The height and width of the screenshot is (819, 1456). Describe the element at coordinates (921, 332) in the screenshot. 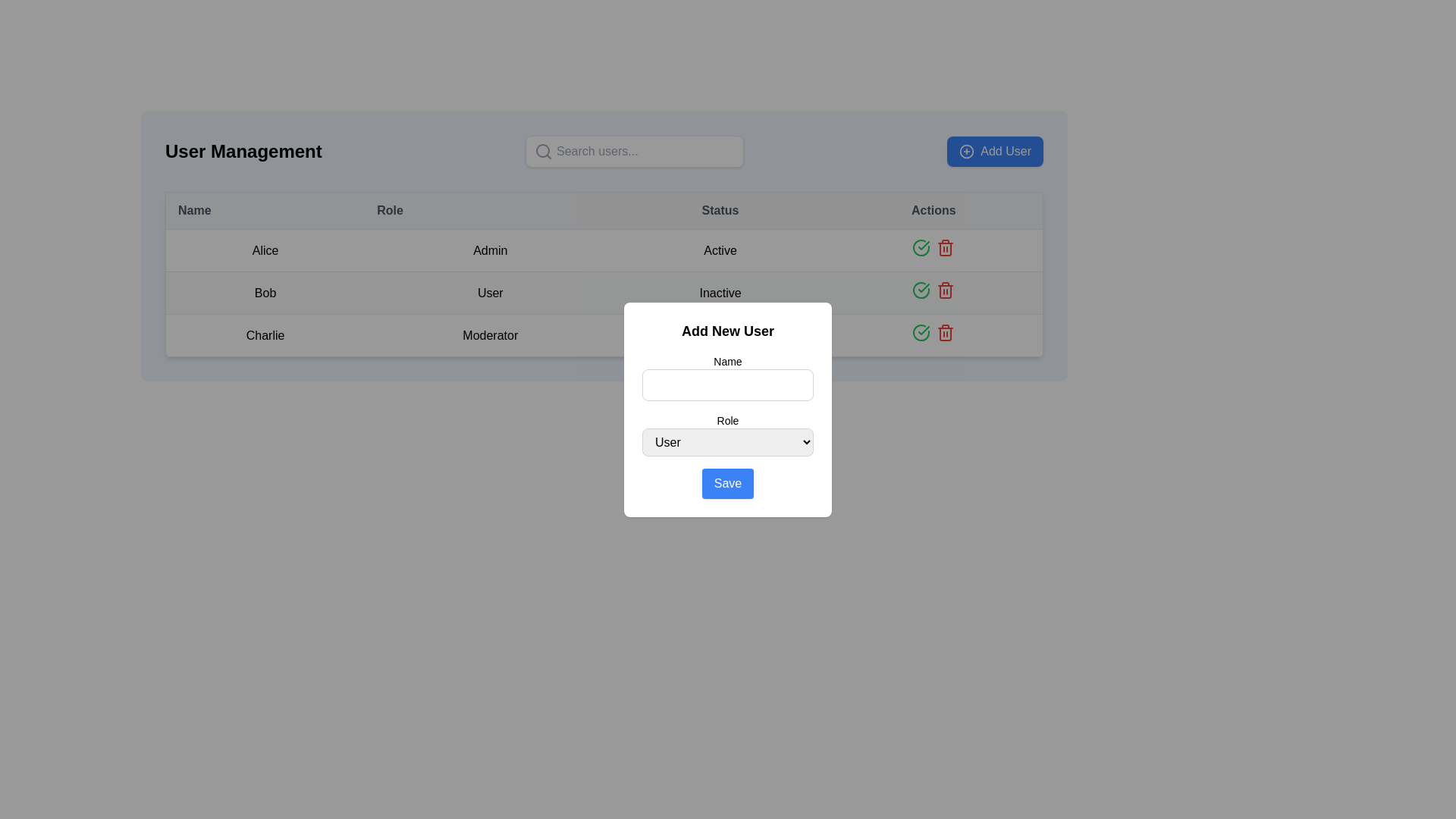

I see `the approval button in the 'Actions' column of the third row for user 'Charlie'` at that location.